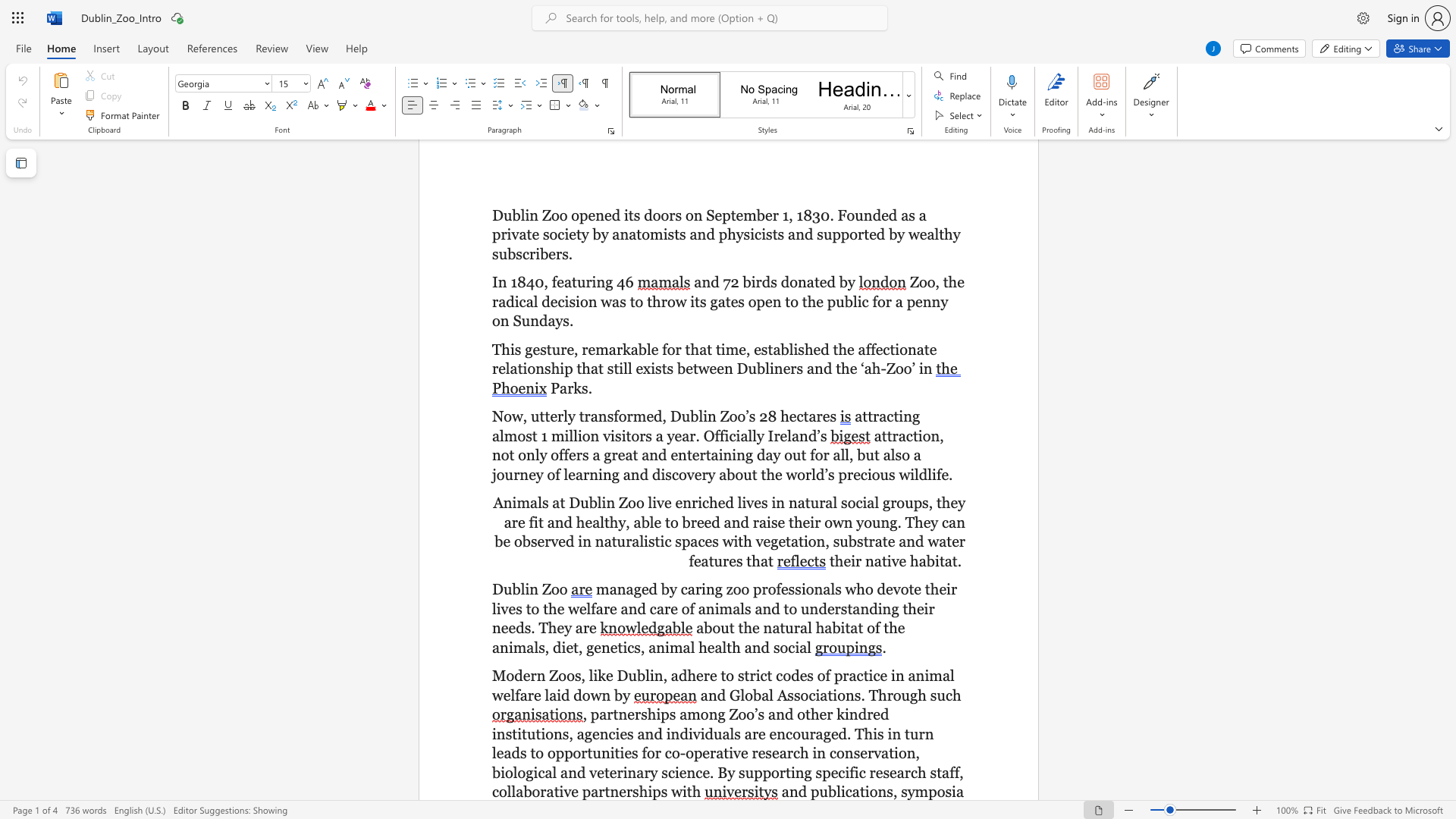 The width and height of the screenshot is (1456, 819). What do you see at coordinates (797, 791) in the screenshot?
I see `the subset text "d publicati" within the text "and publications,"` at bounding box center [797, 791].